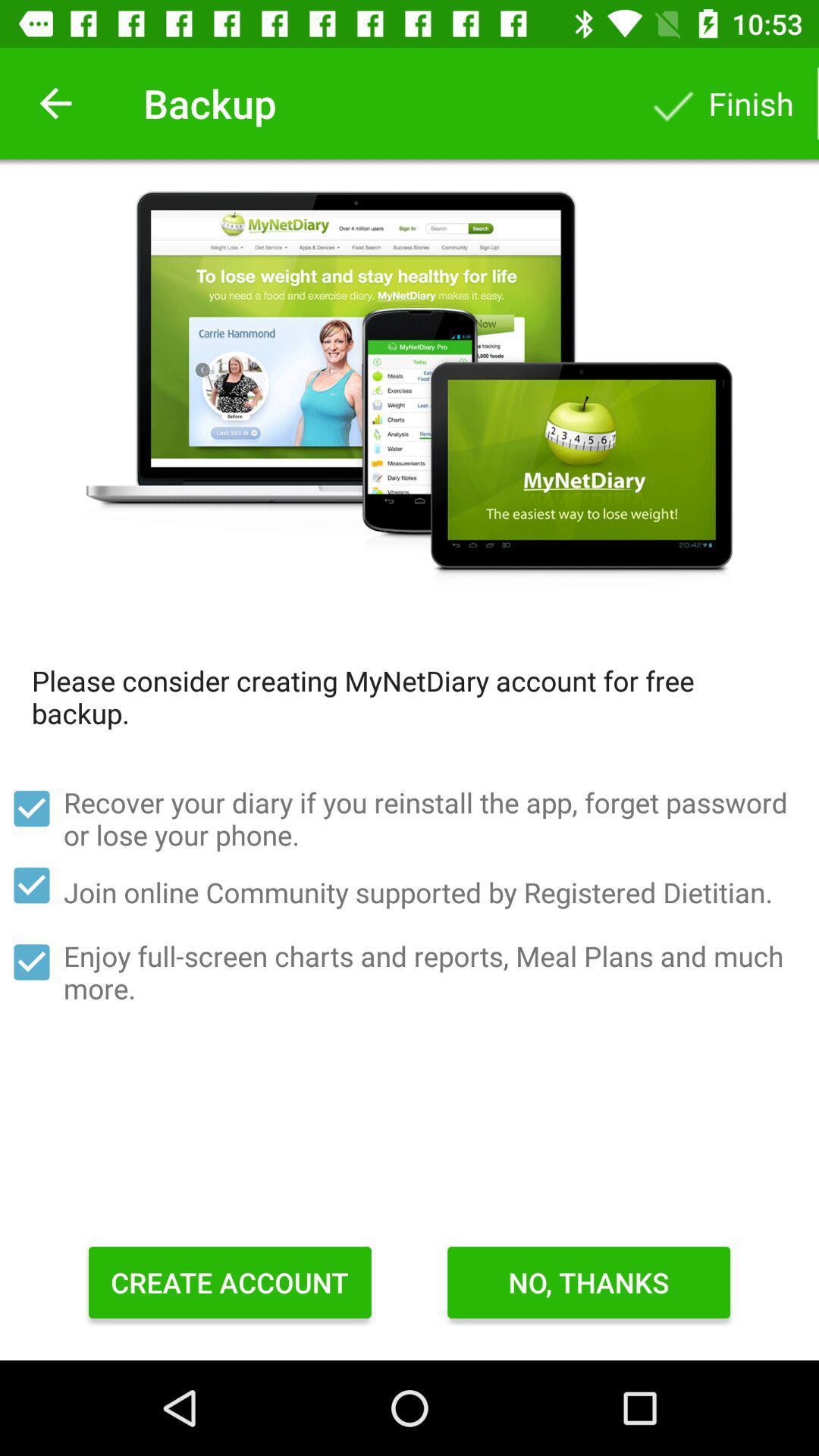 This screenshot has height=1456, width=819. I want to click on the icon to the left of no, thanks item, so click(230, 1282).